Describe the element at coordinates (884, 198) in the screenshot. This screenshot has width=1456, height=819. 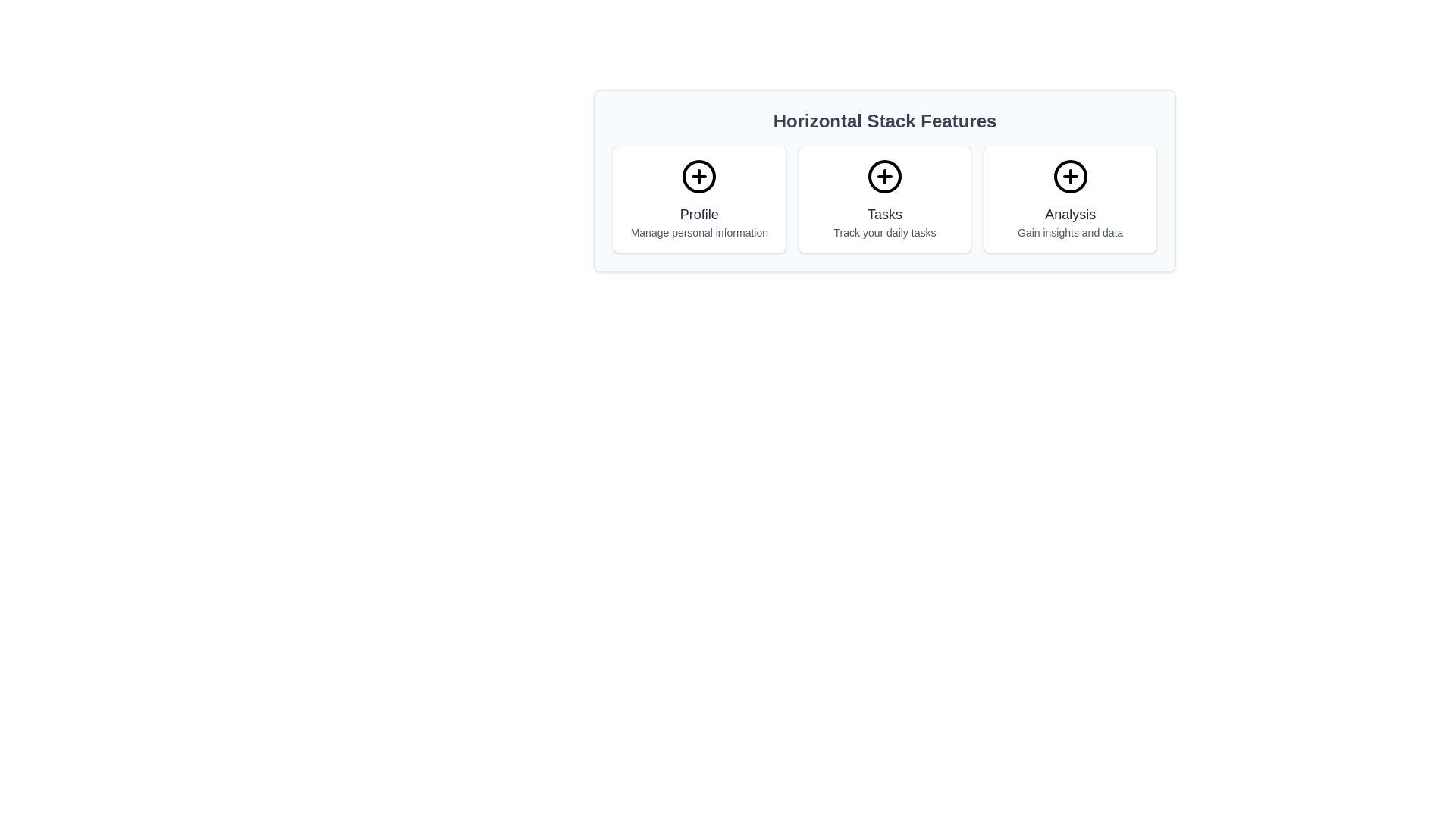
I see `the 'Track your daily tasks' card, which is the second card in a row of three` at that location.